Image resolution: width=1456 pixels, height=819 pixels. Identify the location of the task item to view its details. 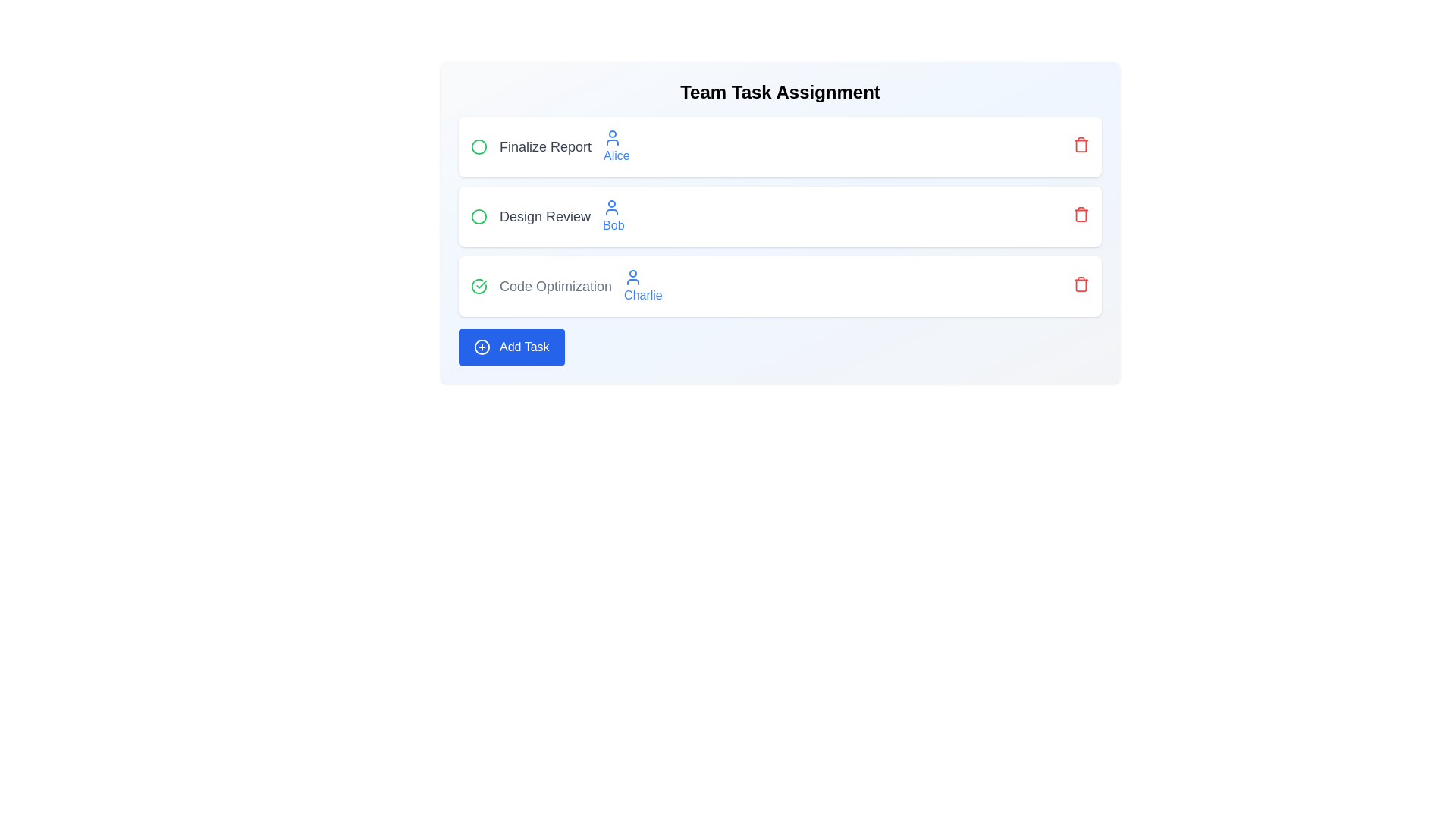
(548, 146).